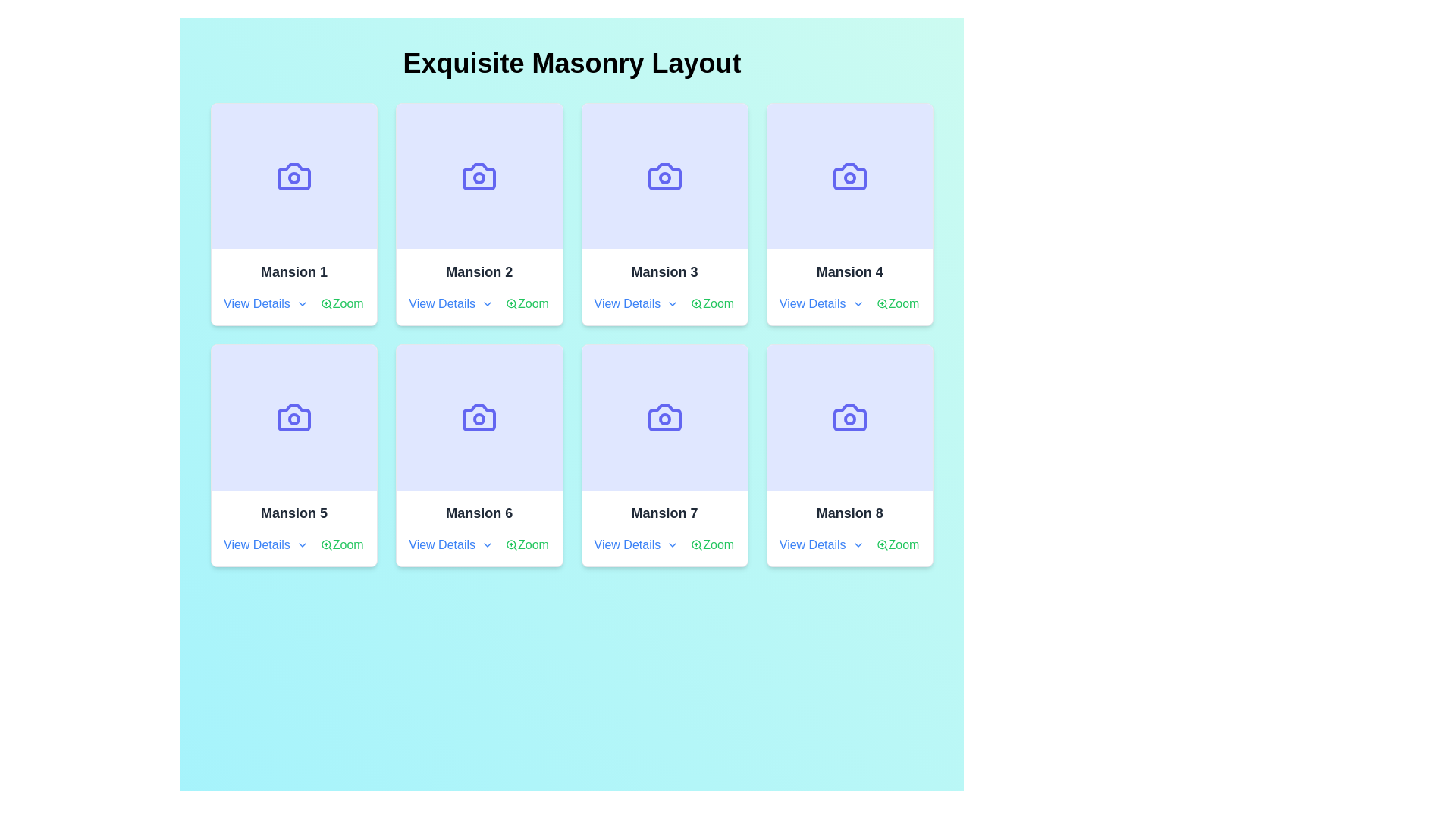 The height and width of the screenshot is (819, 1456). Describe the element at coordinates (664, 271) in the screenshot. I see `the title text for 'Mansion 3', which is positioned above the 'View Details' and 'Zoom' links in the top row of the card grid` at that location.